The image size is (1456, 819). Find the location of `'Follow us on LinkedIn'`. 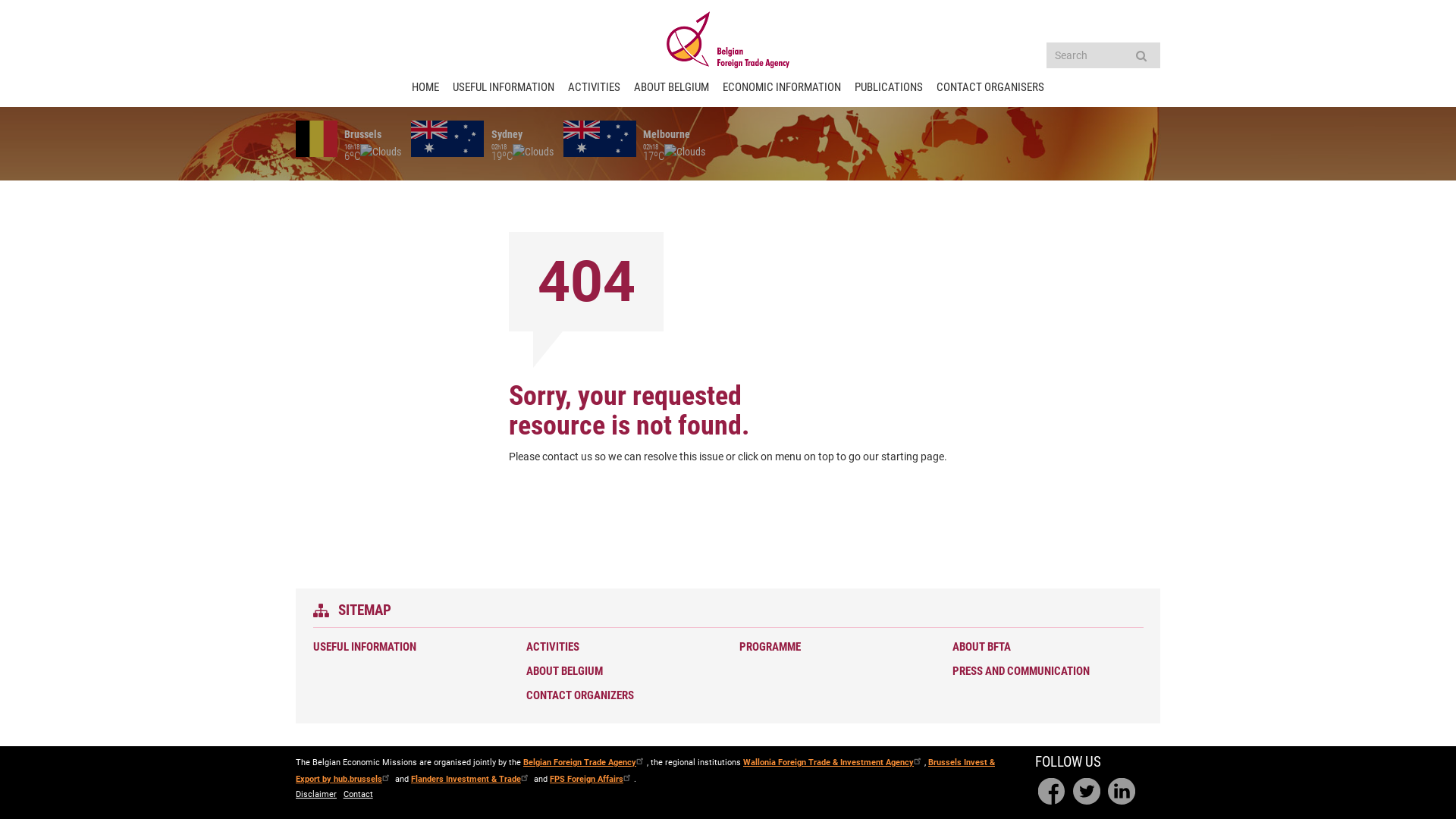

'Follow us on LinkedIn' is located at coordinates (1121, 791).